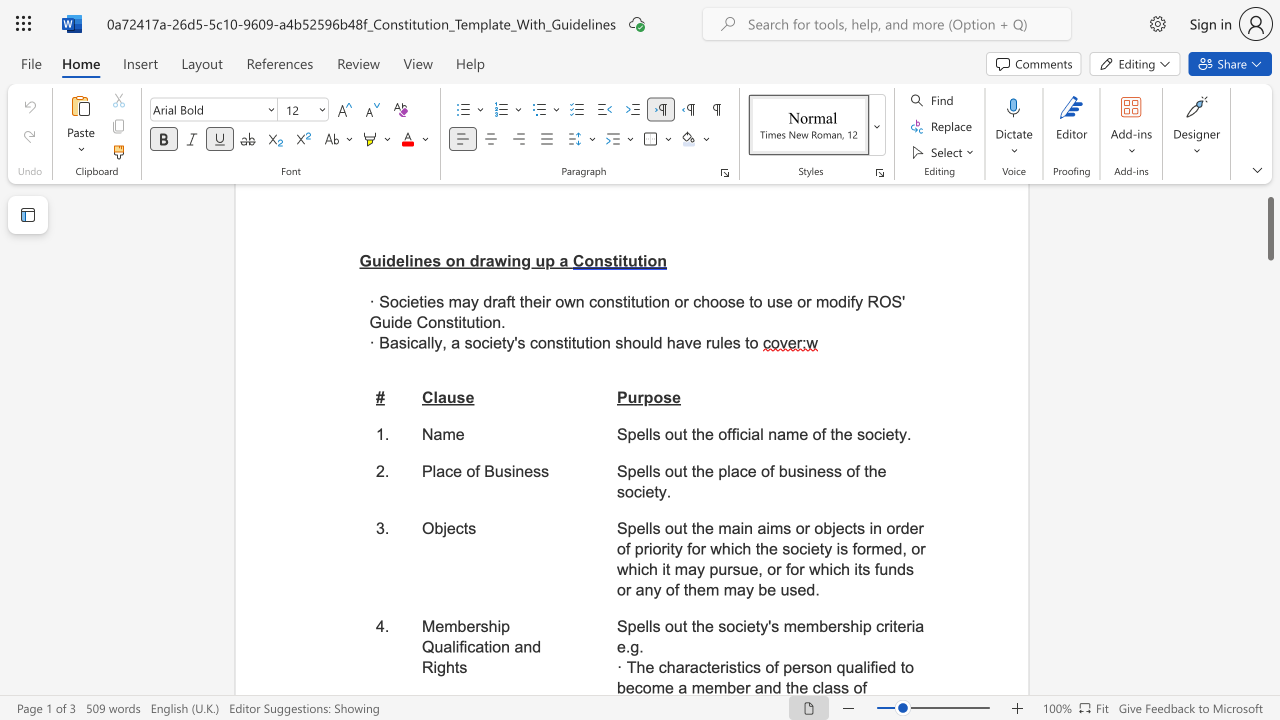  Describe the element at coordinates (1269, 227) in the screenshot. I see `the scrollbar and move up 30 pixels` at that location.